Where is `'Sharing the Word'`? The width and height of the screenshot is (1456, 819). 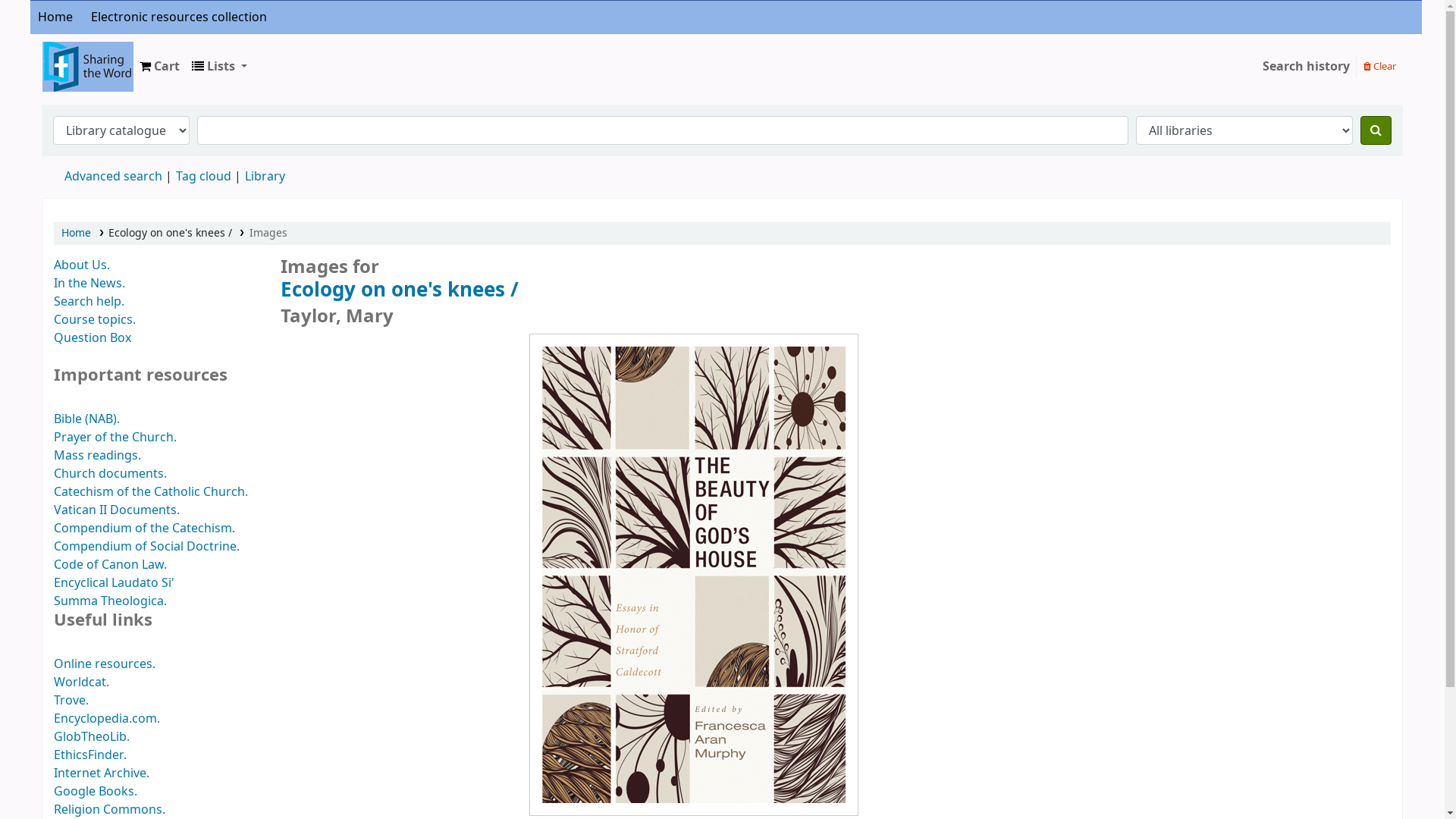 'Sharing the Word' is located at coordinates (42, 55).